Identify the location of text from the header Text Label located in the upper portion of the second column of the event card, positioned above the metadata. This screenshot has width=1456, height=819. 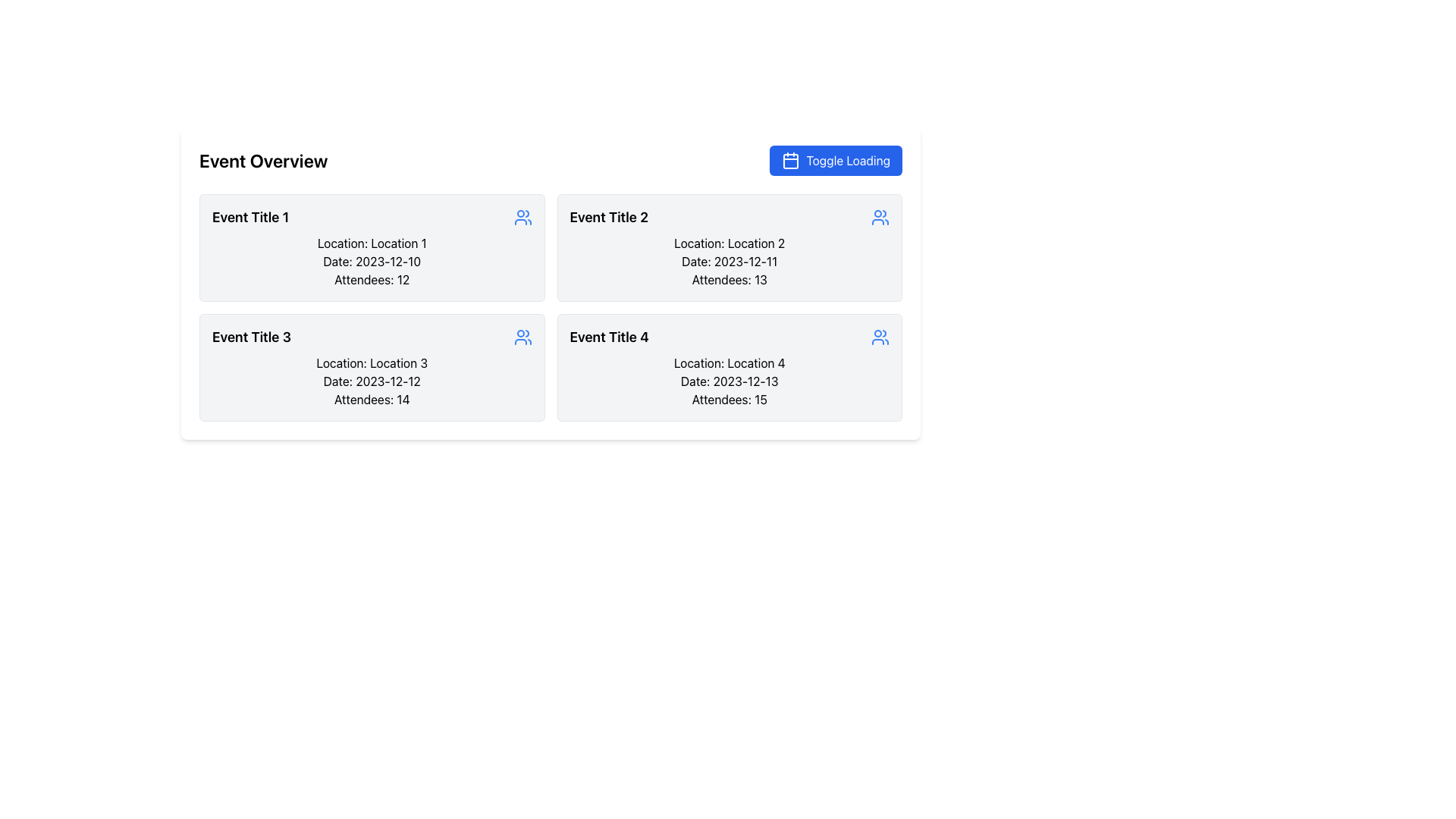
(609, 217).